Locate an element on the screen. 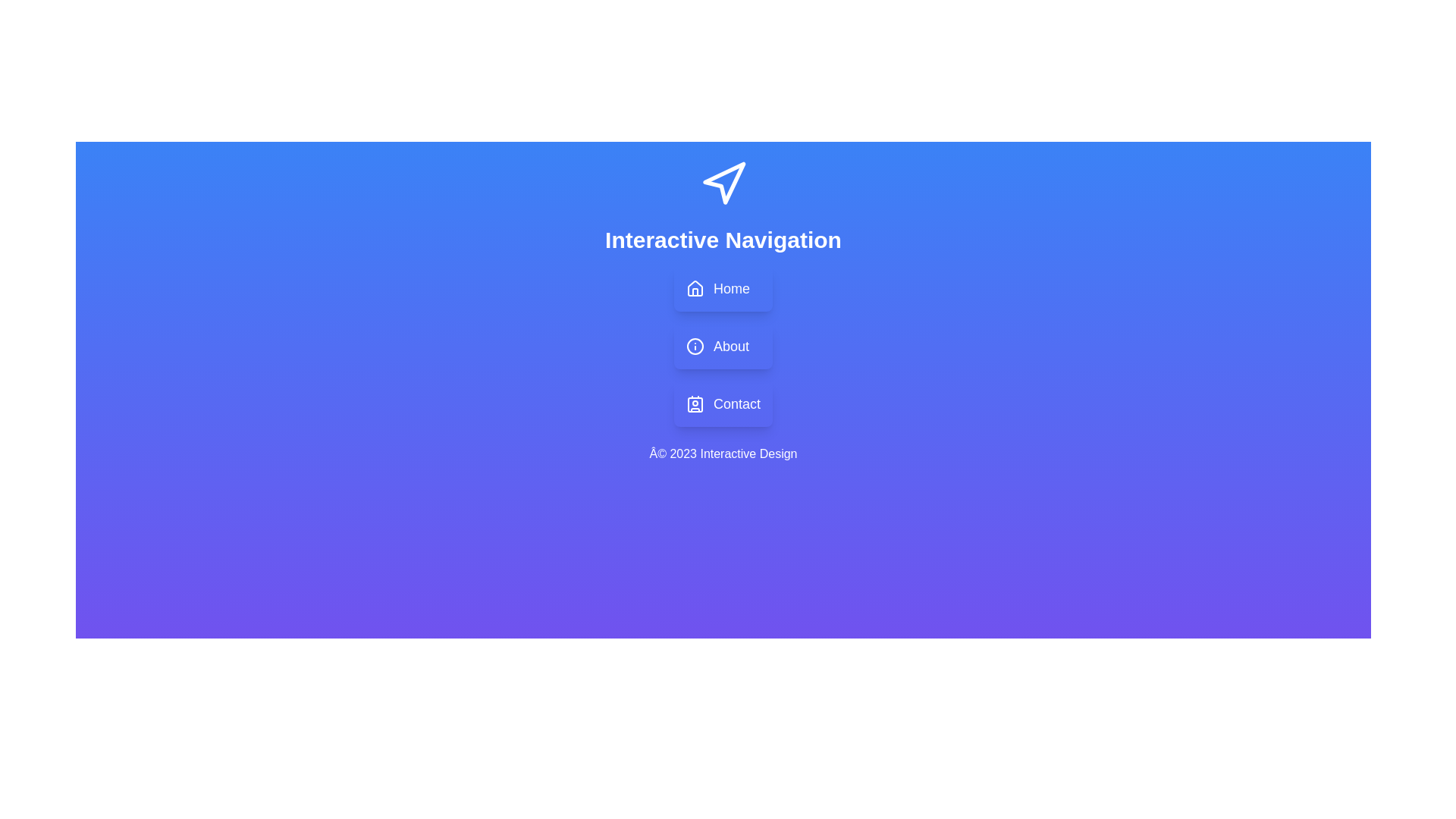 This screenshot has height=819, width=1456. the 'Contact' button, which is the third and bottommost button in a vertical stack of navigation buttons labeled 'Home', 'About', and 'Contact' is located at coordinates (723, 403).